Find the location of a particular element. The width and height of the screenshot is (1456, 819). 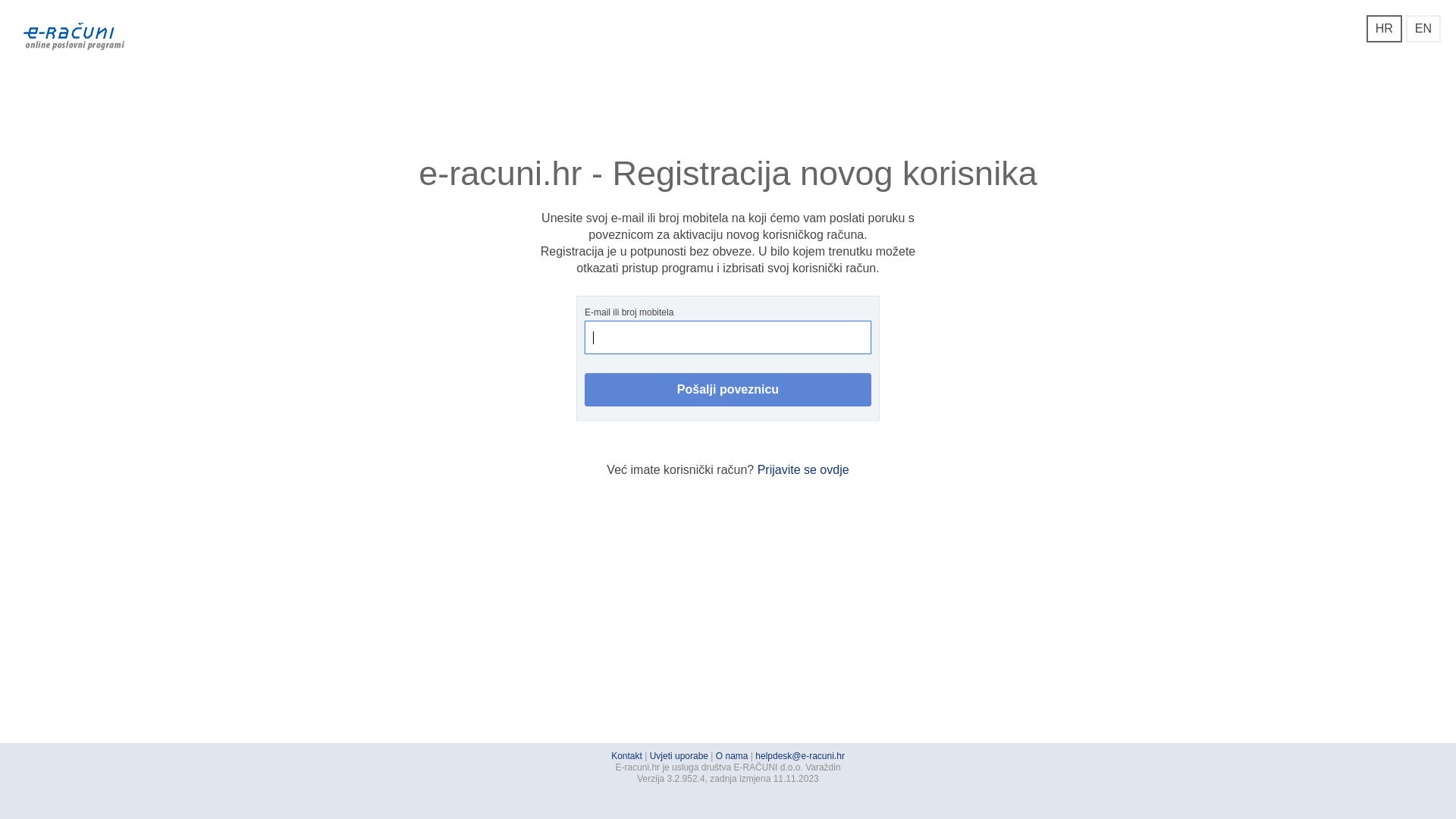

'EN' is located at coordinates (1404, 29).